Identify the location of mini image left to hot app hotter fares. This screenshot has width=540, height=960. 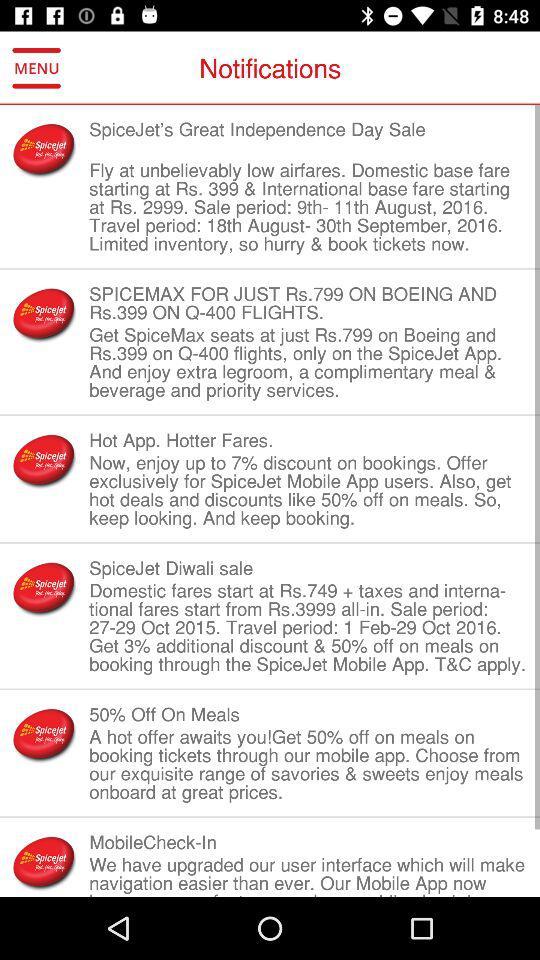
(44, 460).